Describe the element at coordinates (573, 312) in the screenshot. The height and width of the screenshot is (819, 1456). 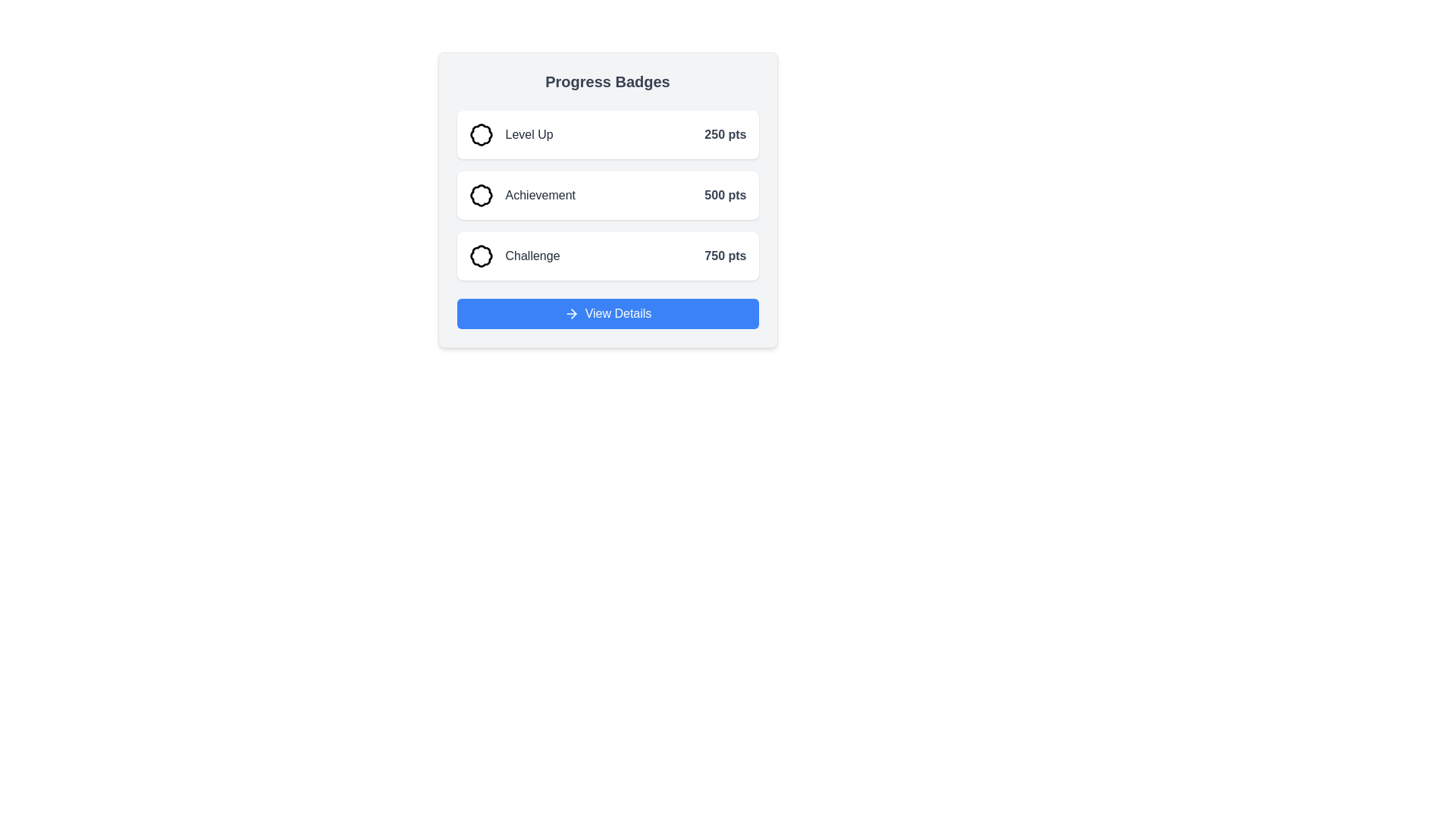
I see `the arrow icon located at the center-bottom of the layout` at that location.